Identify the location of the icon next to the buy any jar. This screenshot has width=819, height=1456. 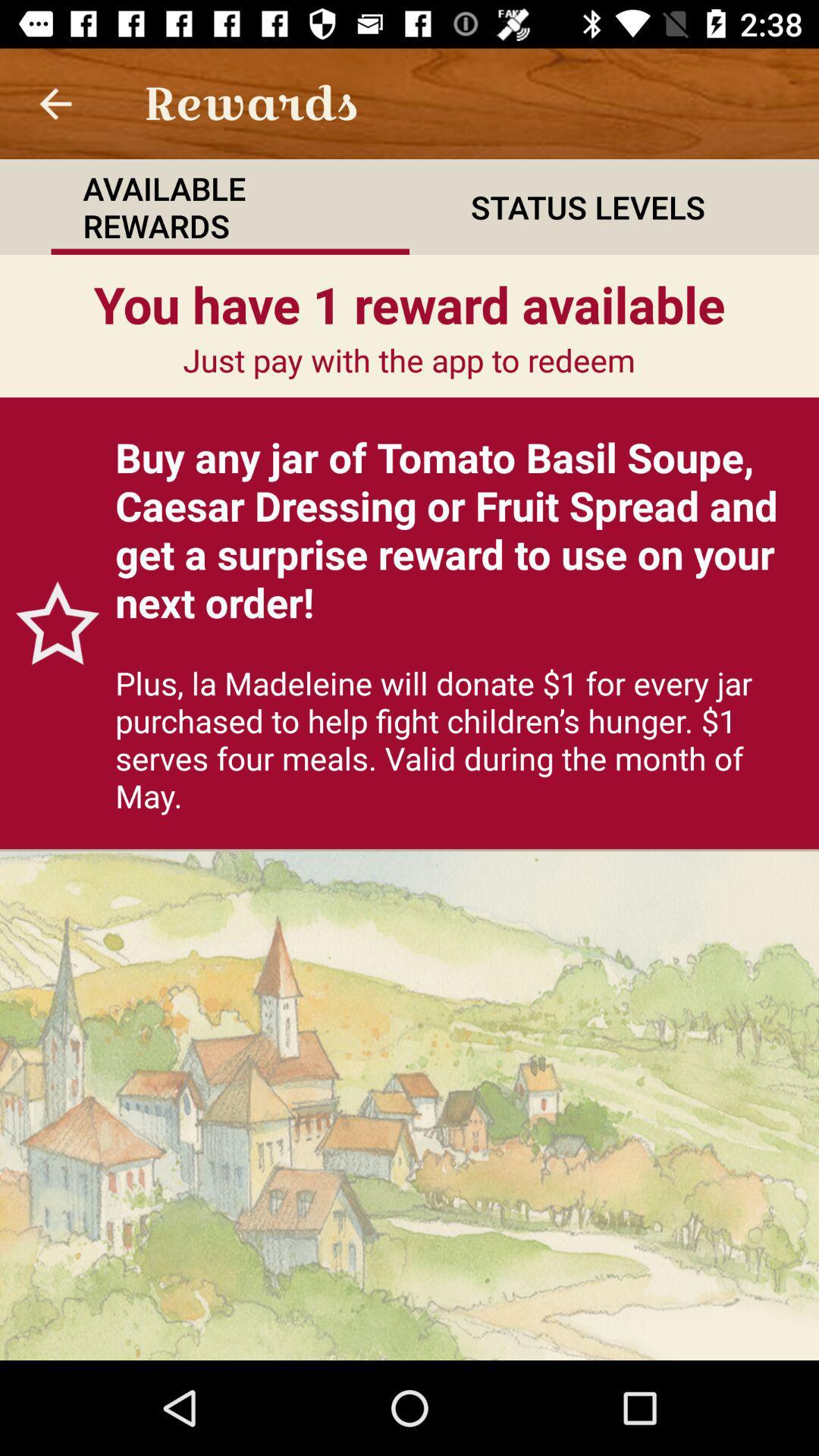
(49, 623).